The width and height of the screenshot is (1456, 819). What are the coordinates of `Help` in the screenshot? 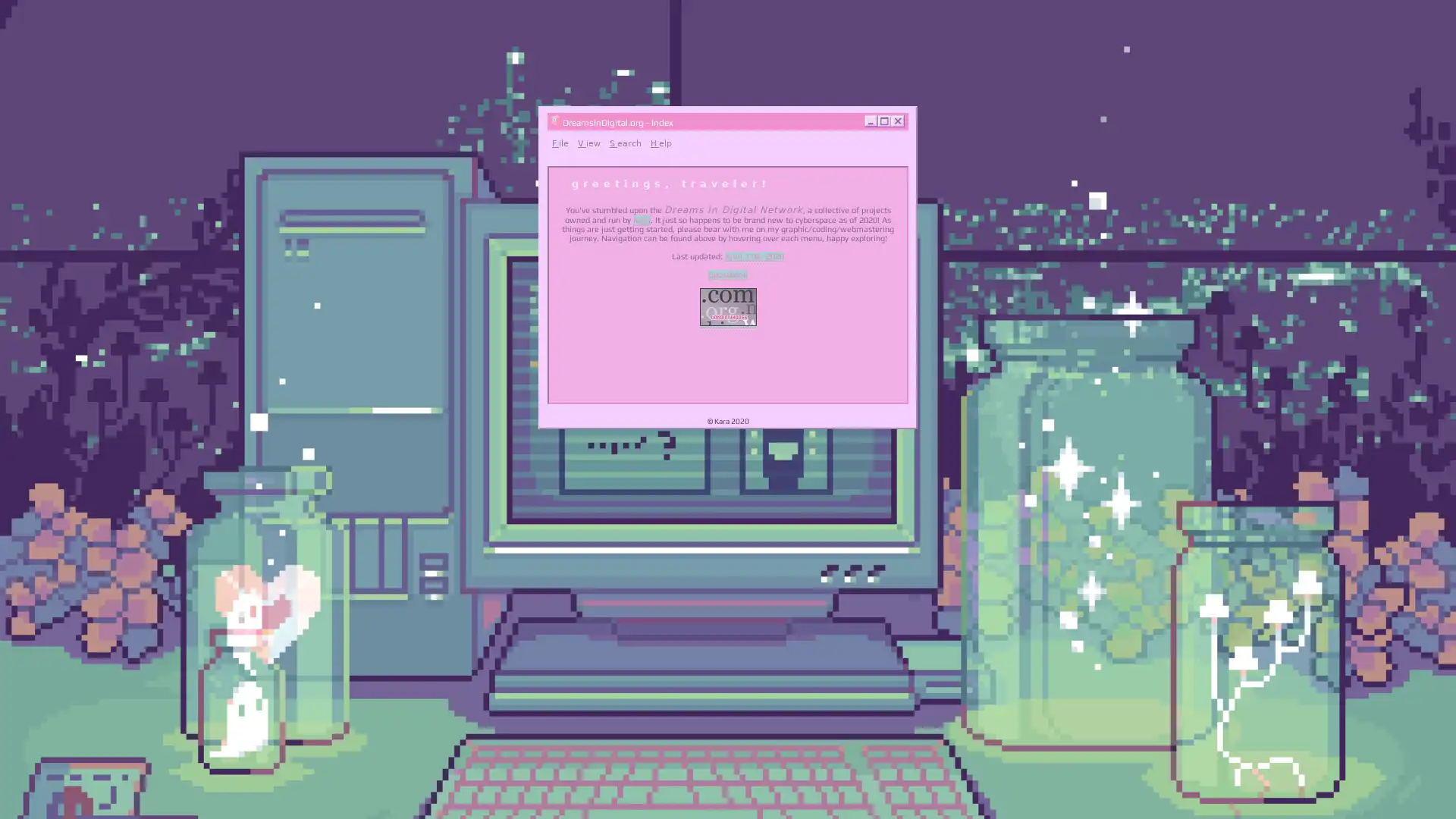 It's located at (661, 143).